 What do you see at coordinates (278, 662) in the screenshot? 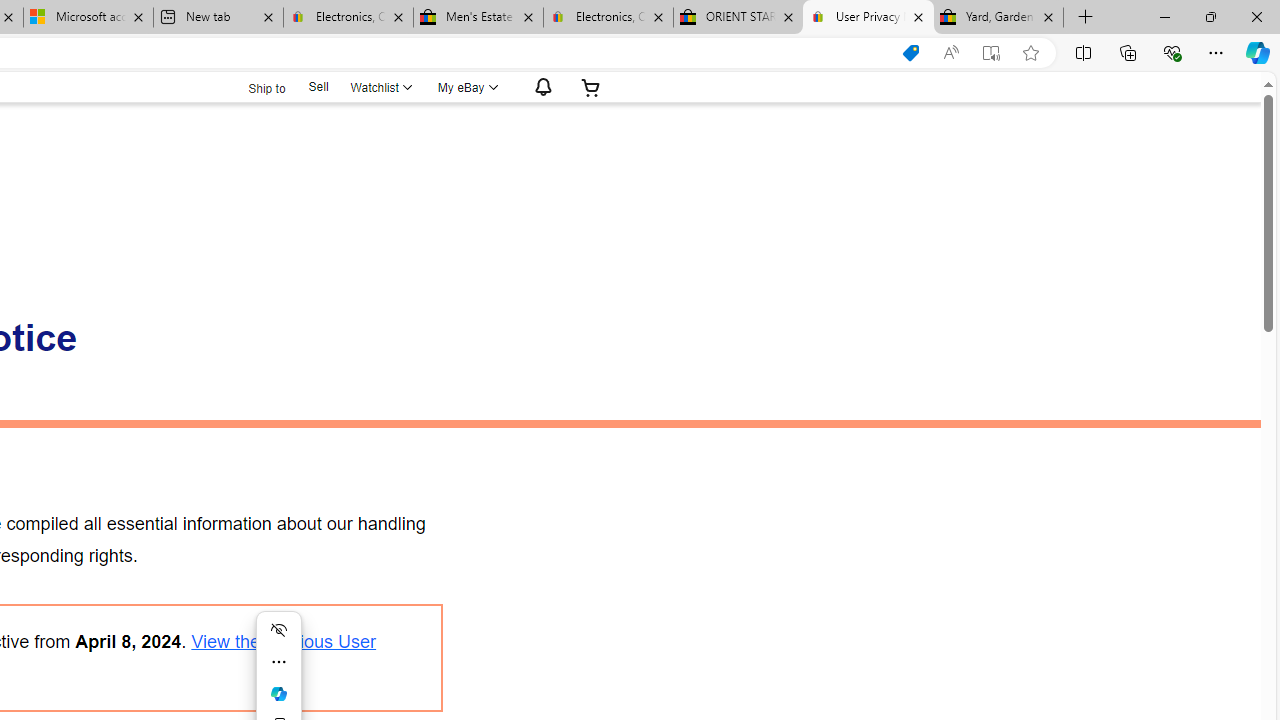
I see `'More actions'` at bounding box center [278, 662].